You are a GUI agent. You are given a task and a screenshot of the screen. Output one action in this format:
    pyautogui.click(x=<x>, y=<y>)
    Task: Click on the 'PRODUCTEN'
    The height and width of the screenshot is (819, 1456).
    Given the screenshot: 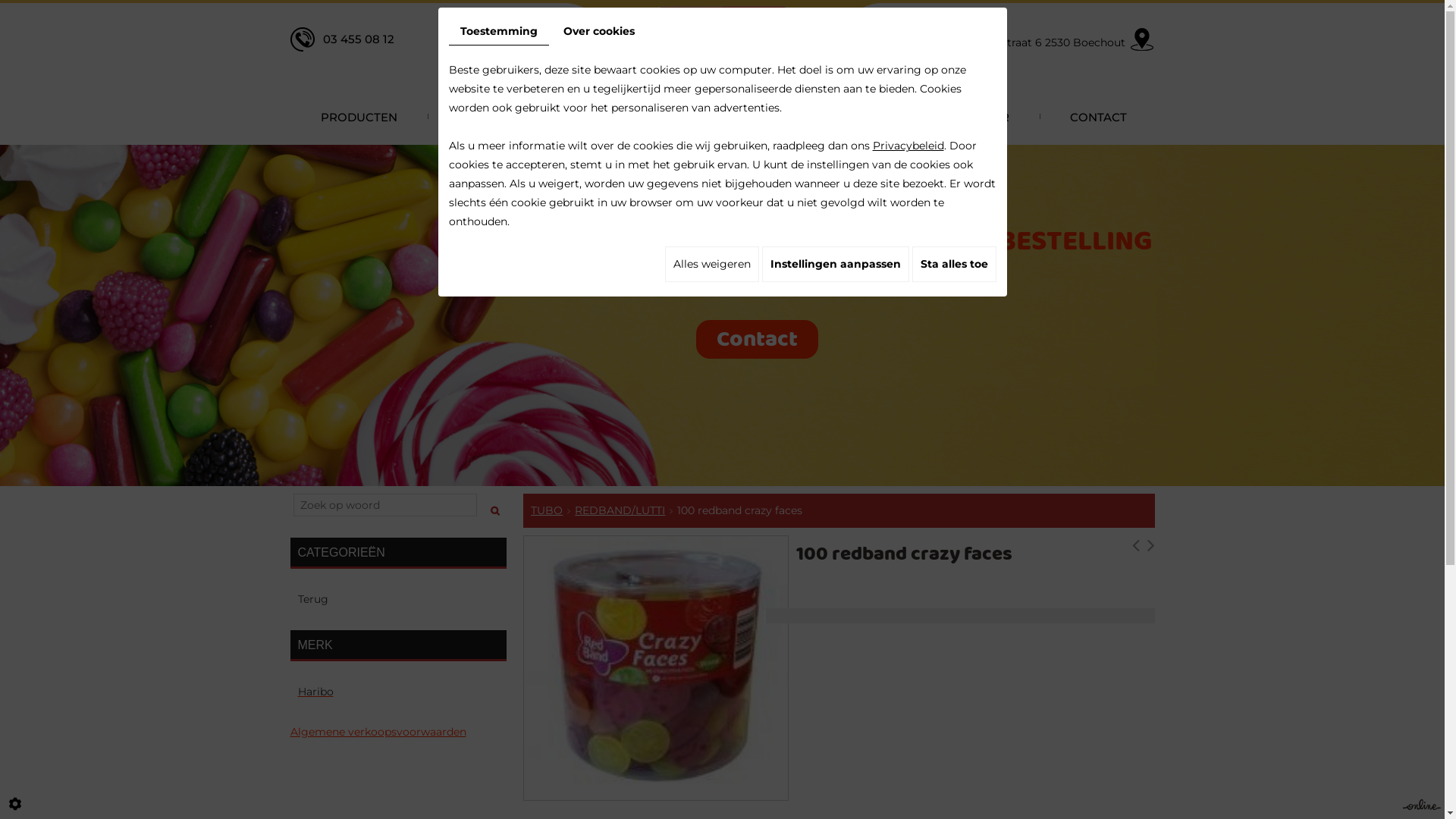 What is the action you would take?
    pyautogui.click(x=290, y=115)
    